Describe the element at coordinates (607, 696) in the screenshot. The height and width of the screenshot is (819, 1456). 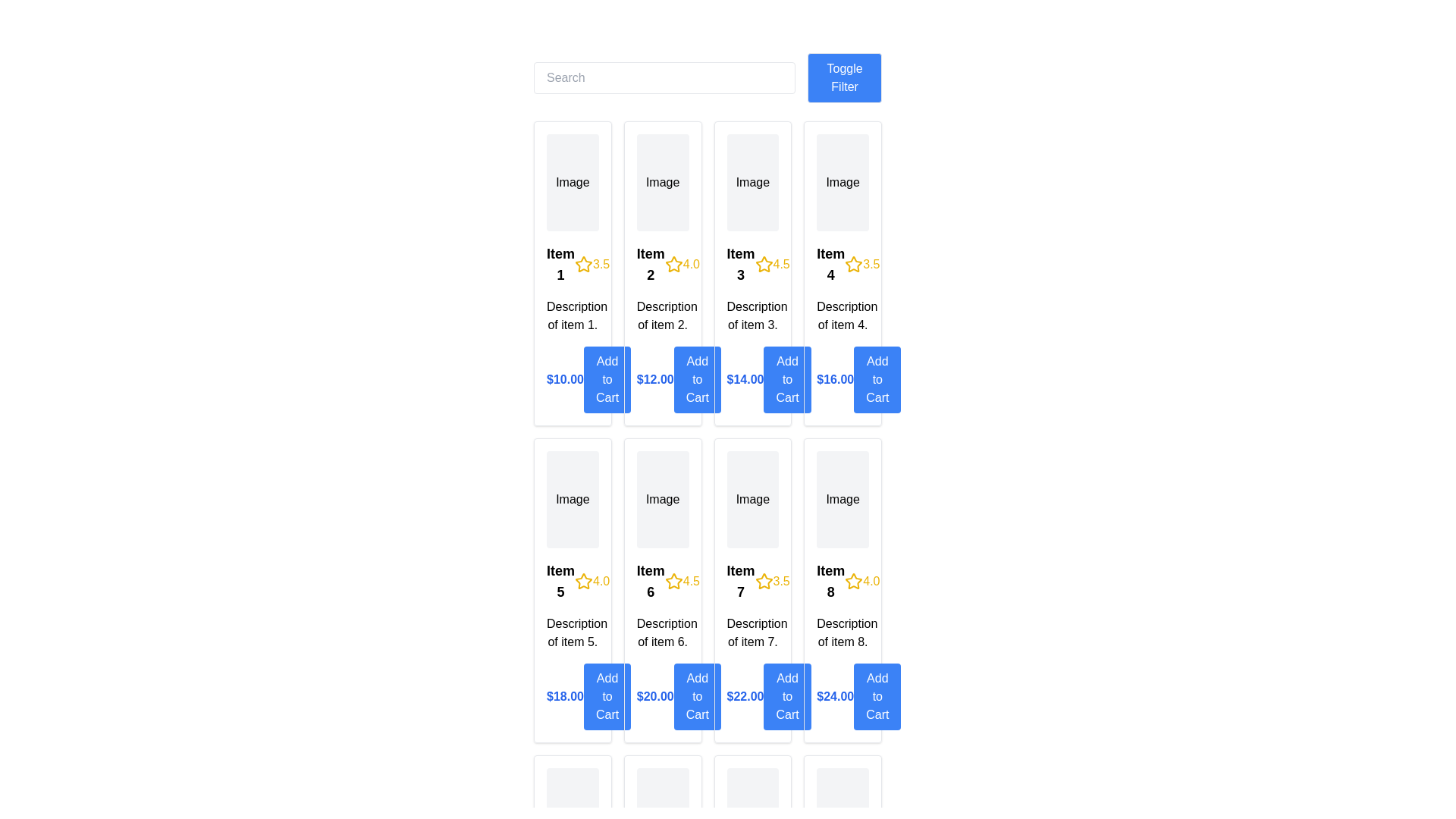
I see `the 'Add to Cart' button for 'Item 5'` at that location.